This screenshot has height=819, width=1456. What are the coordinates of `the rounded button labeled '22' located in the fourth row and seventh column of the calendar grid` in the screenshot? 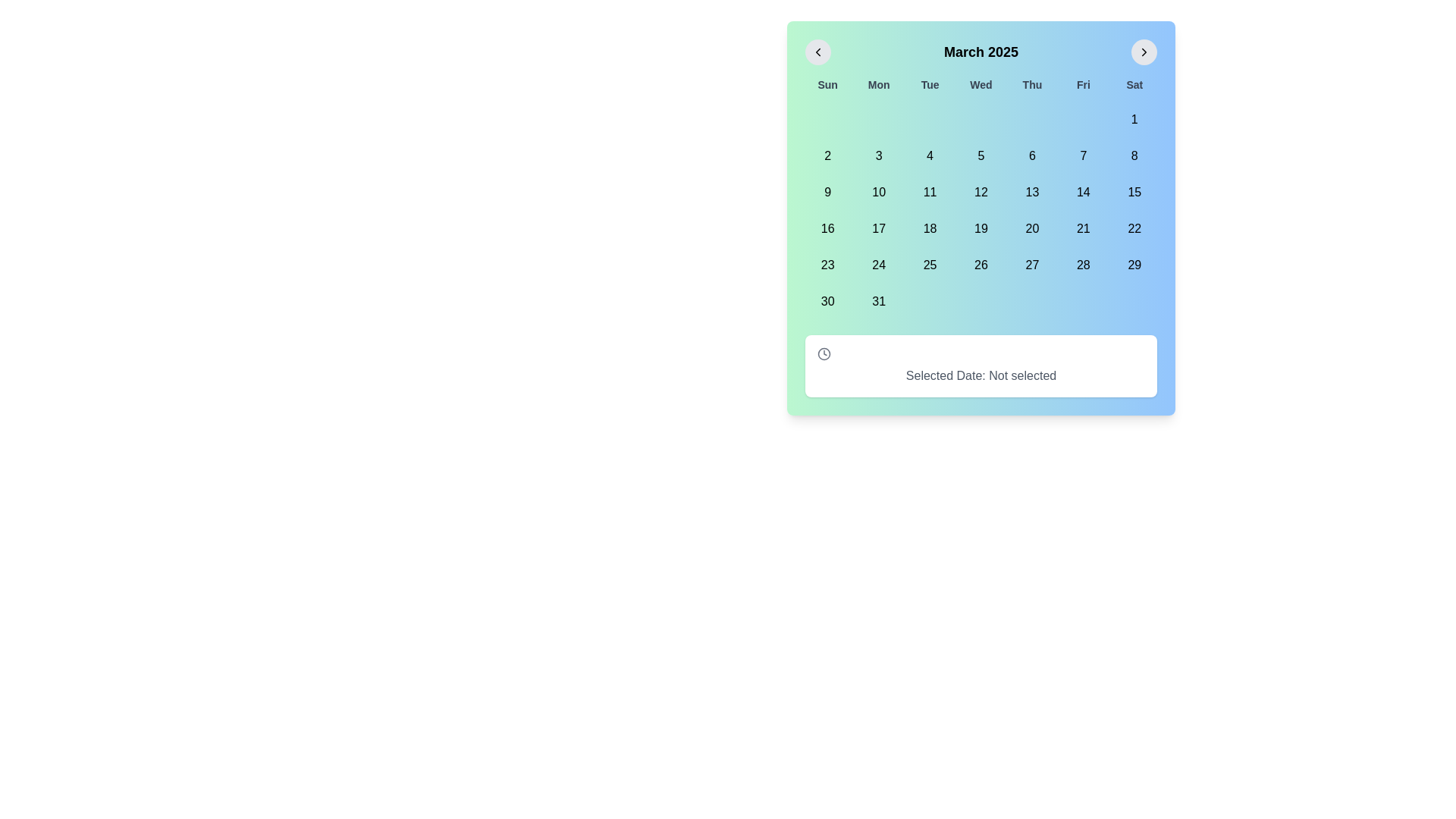 It's located at (1134, 228).